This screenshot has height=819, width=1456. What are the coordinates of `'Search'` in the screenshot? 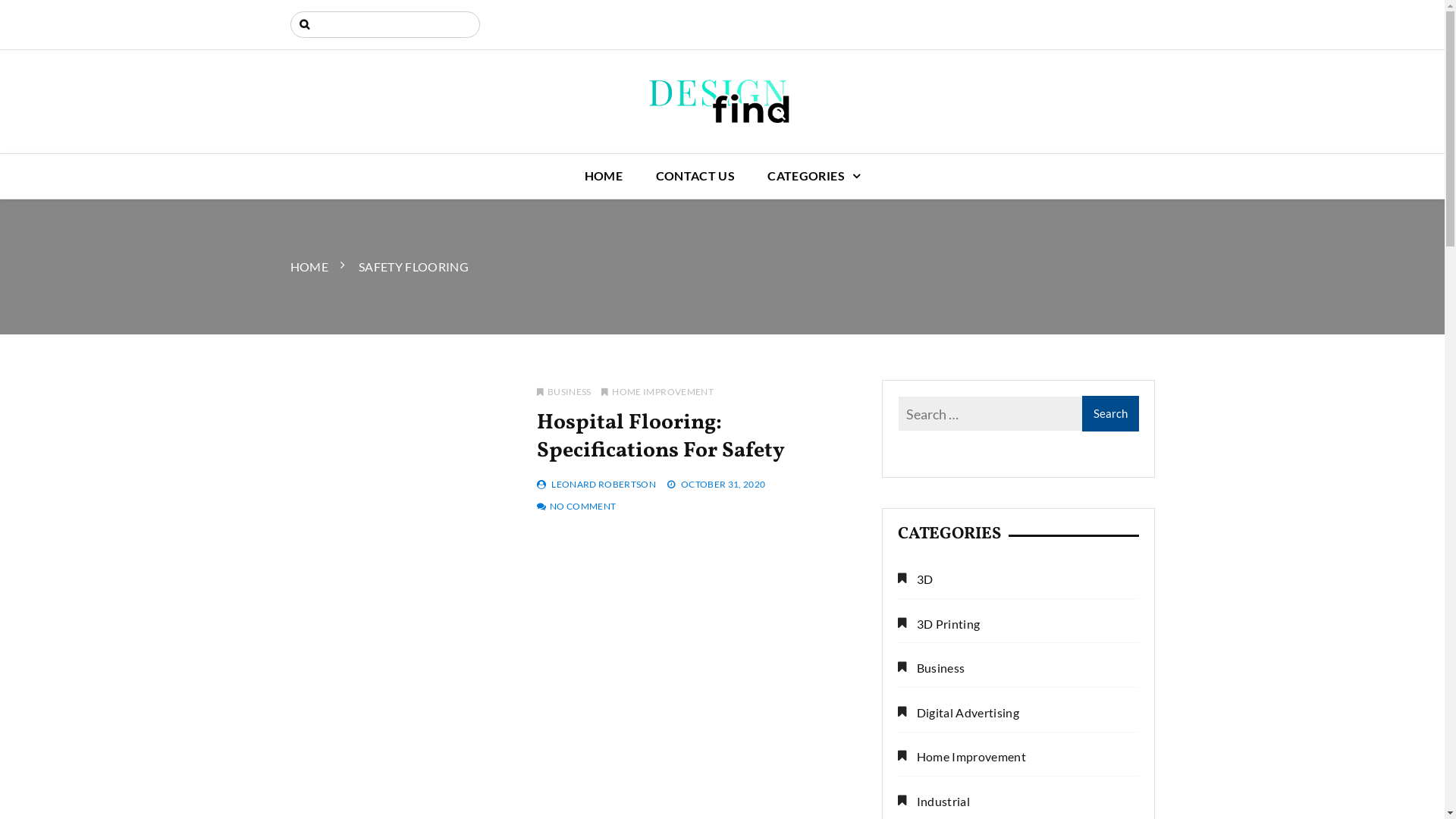 It's located at (20, 13).